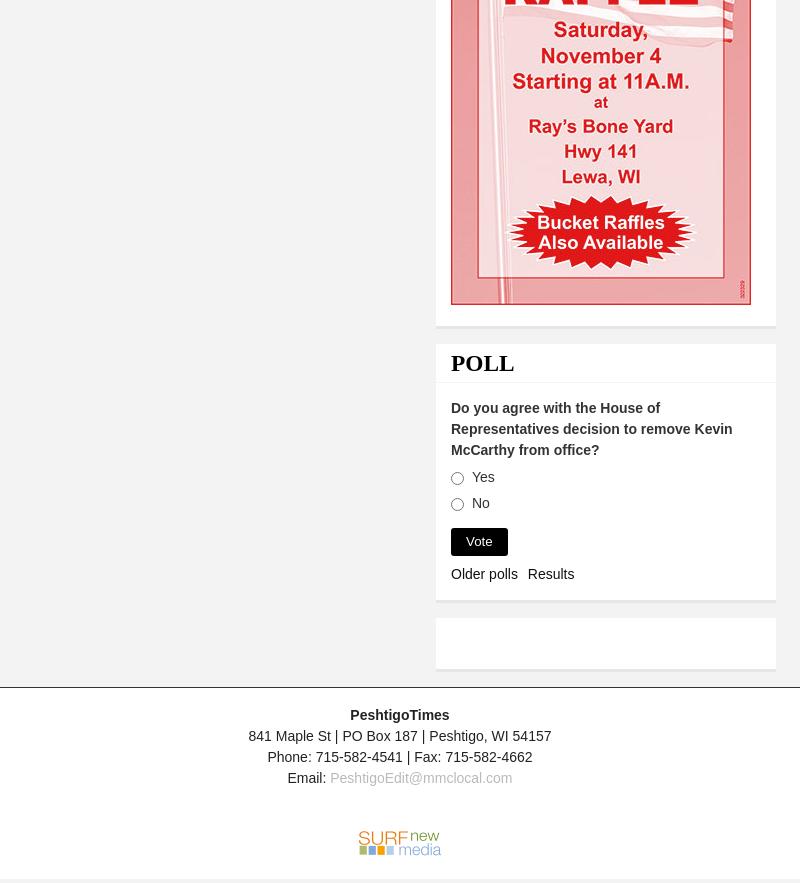  I want to click on 'Yes', so click(470, 476).